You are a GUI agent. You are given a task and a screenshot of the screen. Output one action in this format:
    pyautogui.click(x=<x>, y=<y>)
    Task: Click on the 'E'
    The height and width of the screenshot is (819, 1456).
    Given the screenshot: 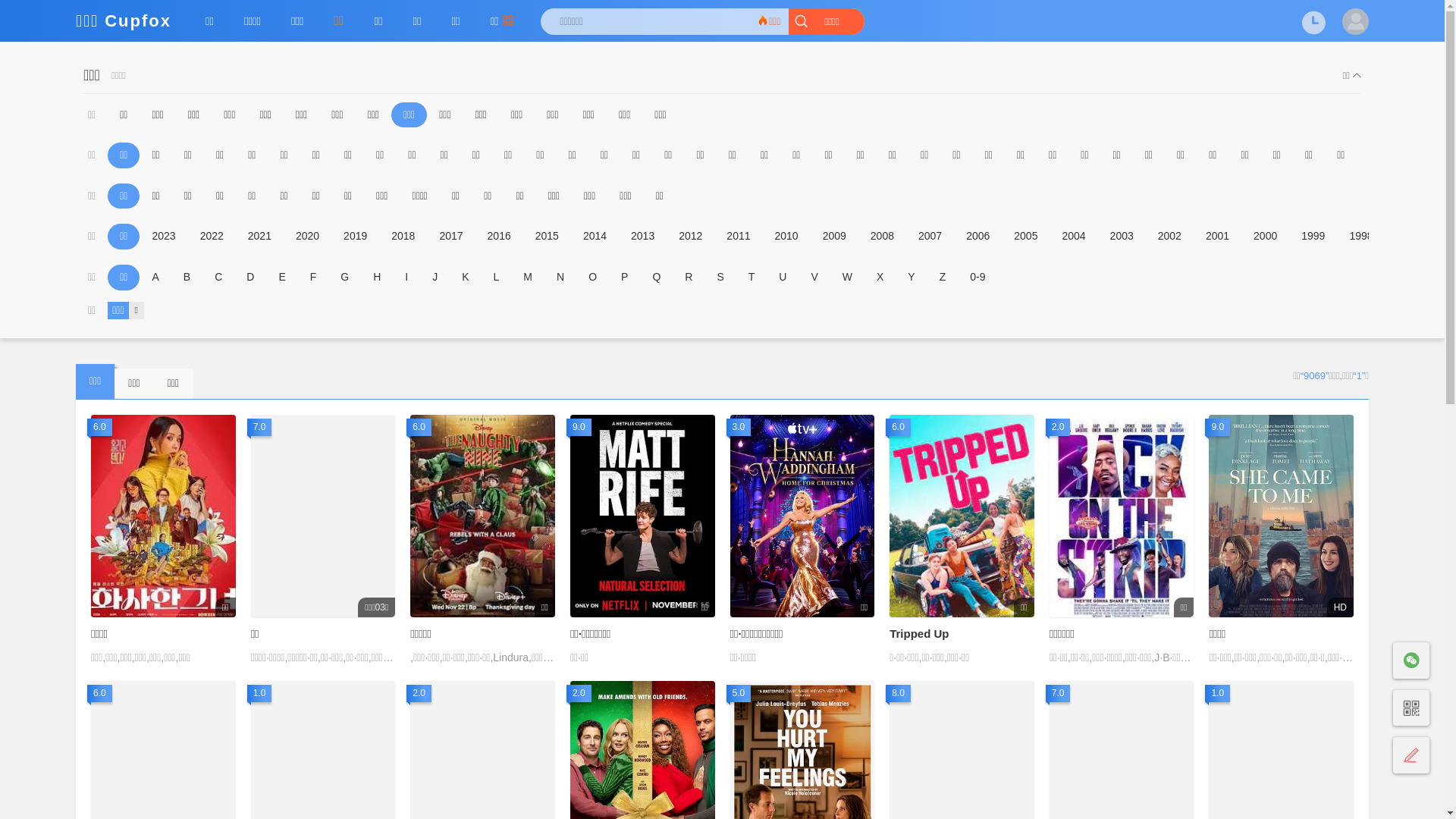 What is the action you would take?
    pyautogui.click(x=281, y=278)
    